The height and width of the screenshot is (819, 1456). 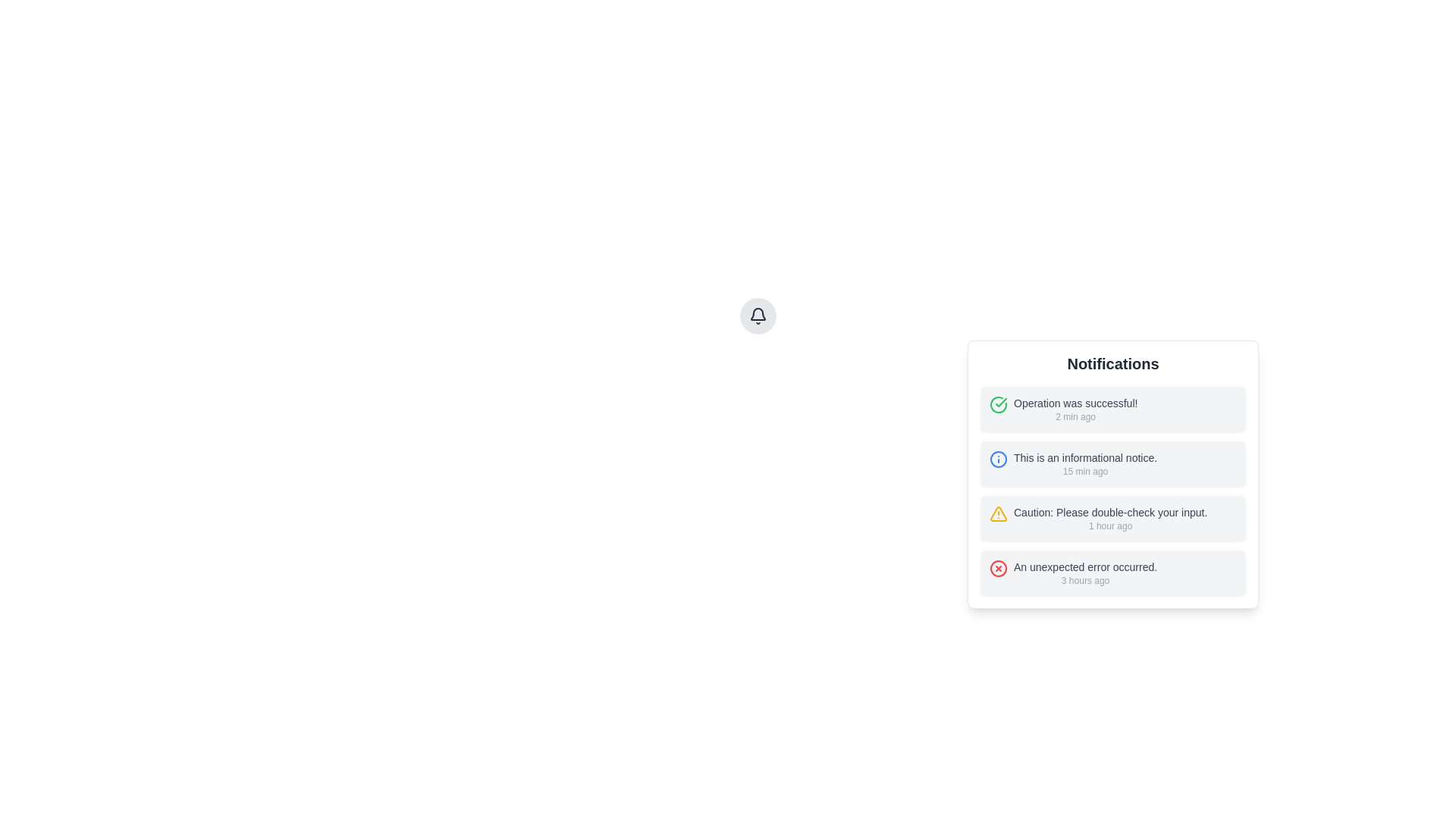 I want to click on the circular button with a bell icon, so click(x=758, y=315).